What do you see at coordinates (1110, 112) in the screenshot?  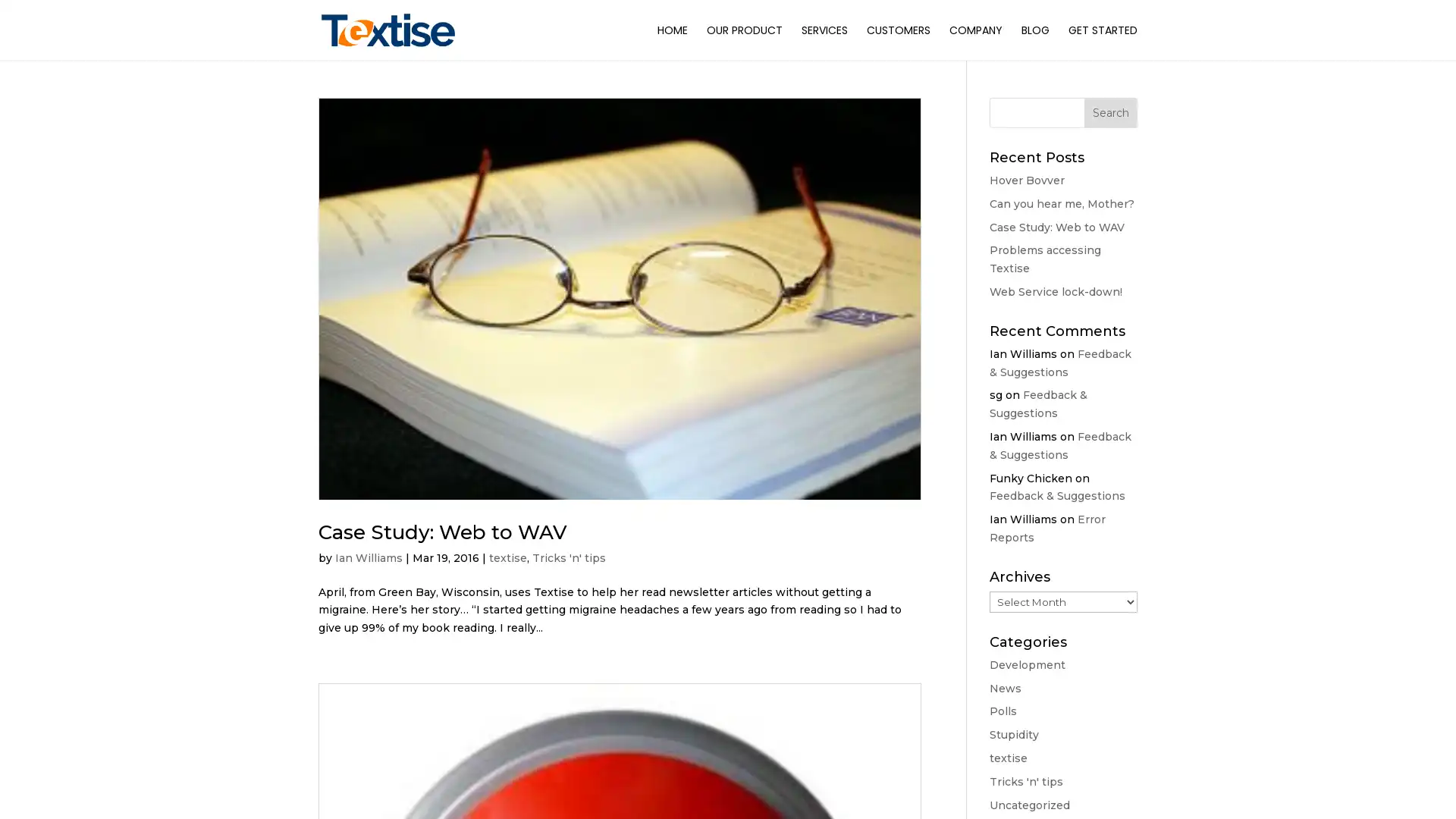 I see `Search` at bounding box center [1110, 112].